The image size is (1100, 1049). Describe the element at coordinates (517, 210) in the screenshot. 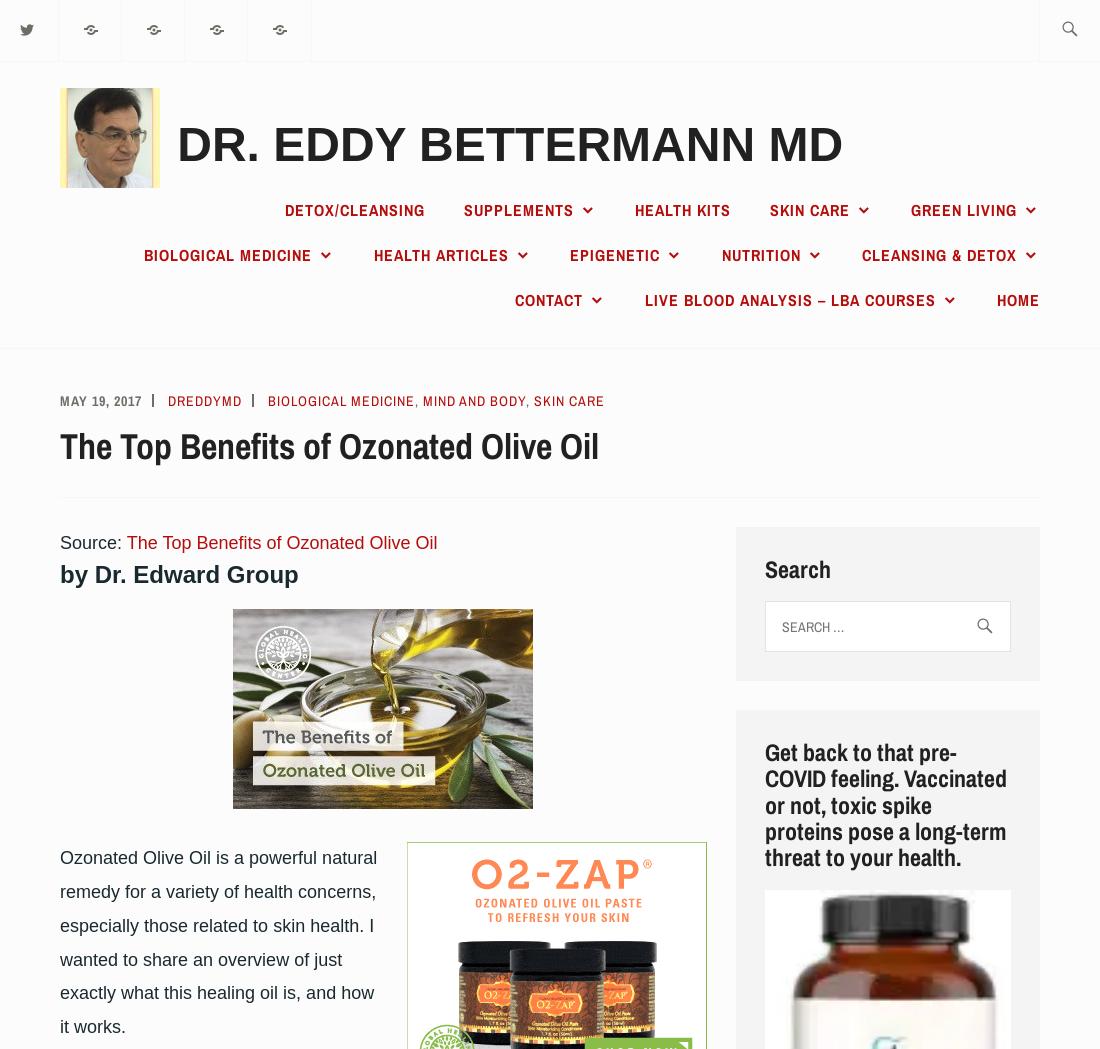

I see `'Supplements'` at that location.